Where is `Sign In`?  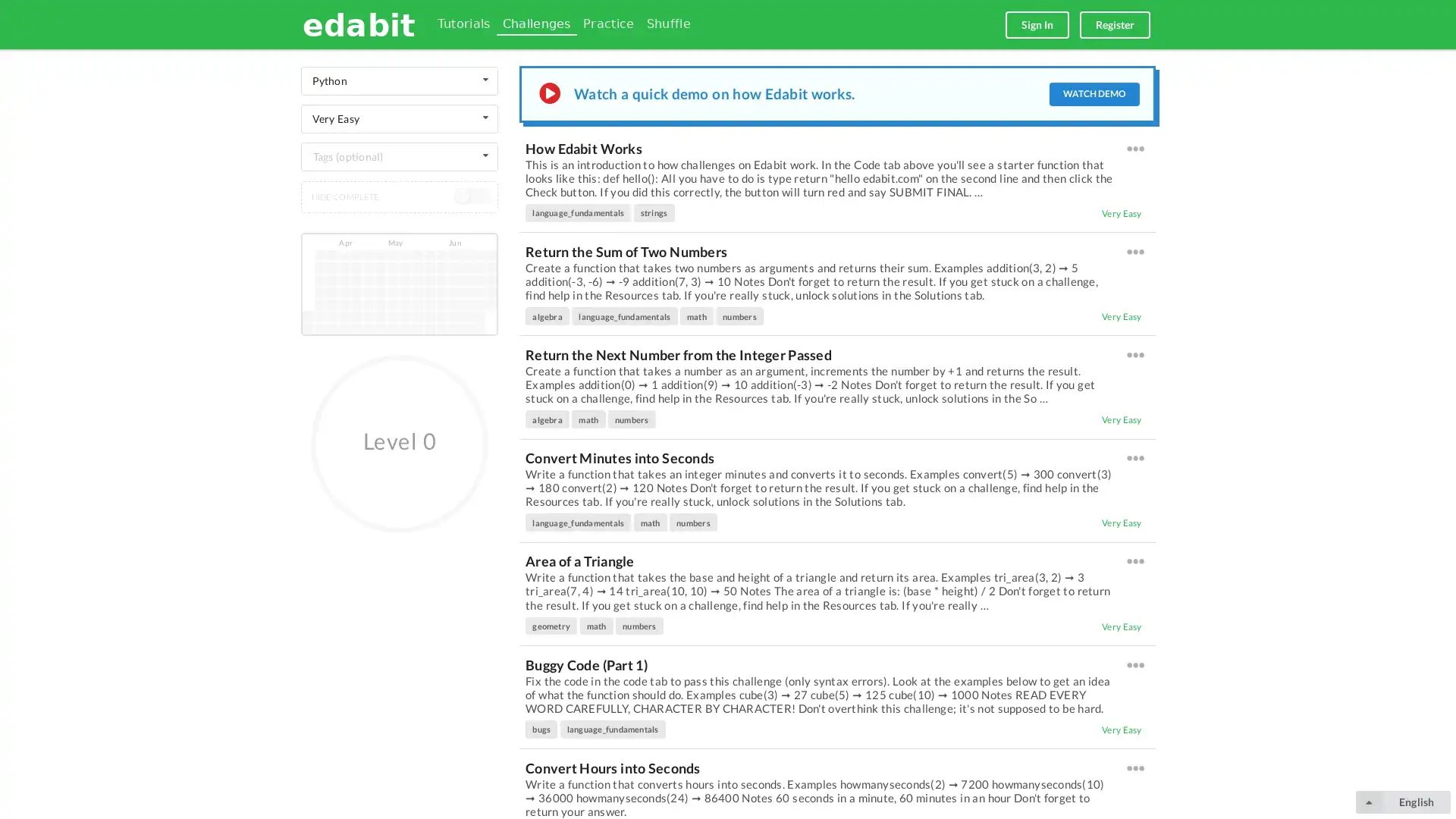 Sign In is located at coordinates (1036, 24).